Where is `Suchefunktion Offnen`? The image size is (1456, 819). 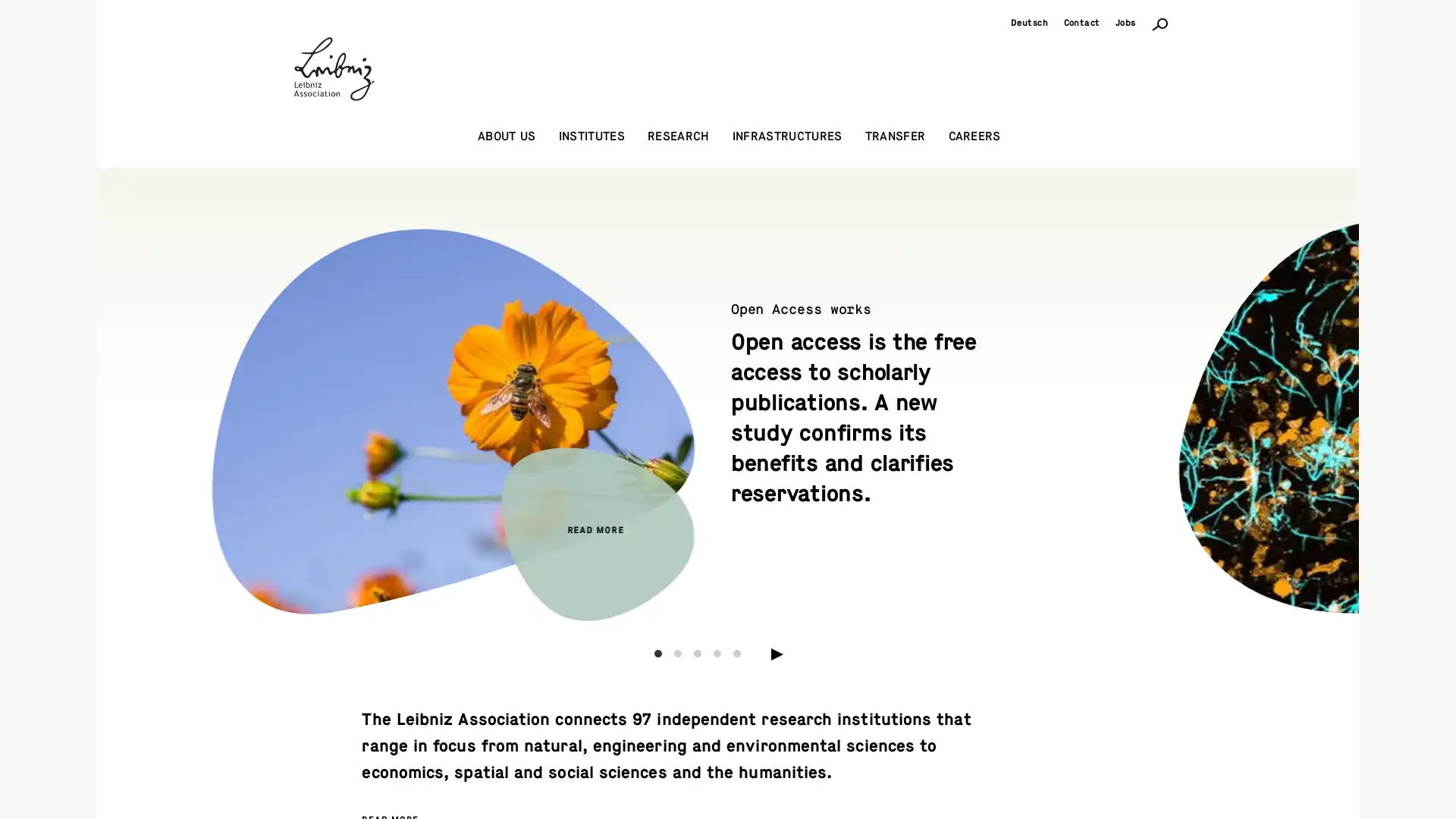
Suchefunktion Offnen is located at coordinates (1159, 23).